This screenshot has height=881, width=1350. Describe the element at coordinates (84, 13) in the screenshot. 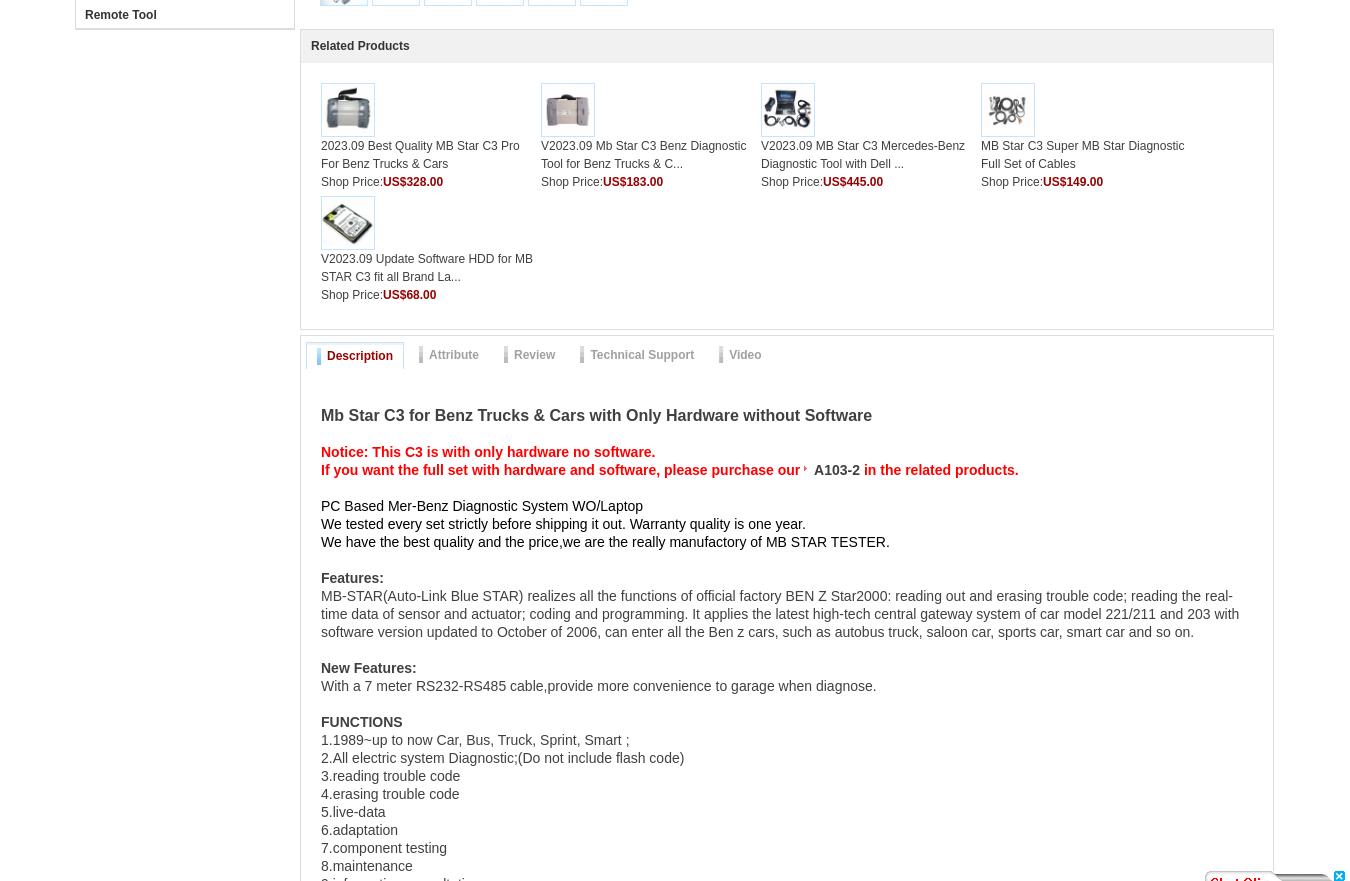

I see `'Remote Tool'` at that location.